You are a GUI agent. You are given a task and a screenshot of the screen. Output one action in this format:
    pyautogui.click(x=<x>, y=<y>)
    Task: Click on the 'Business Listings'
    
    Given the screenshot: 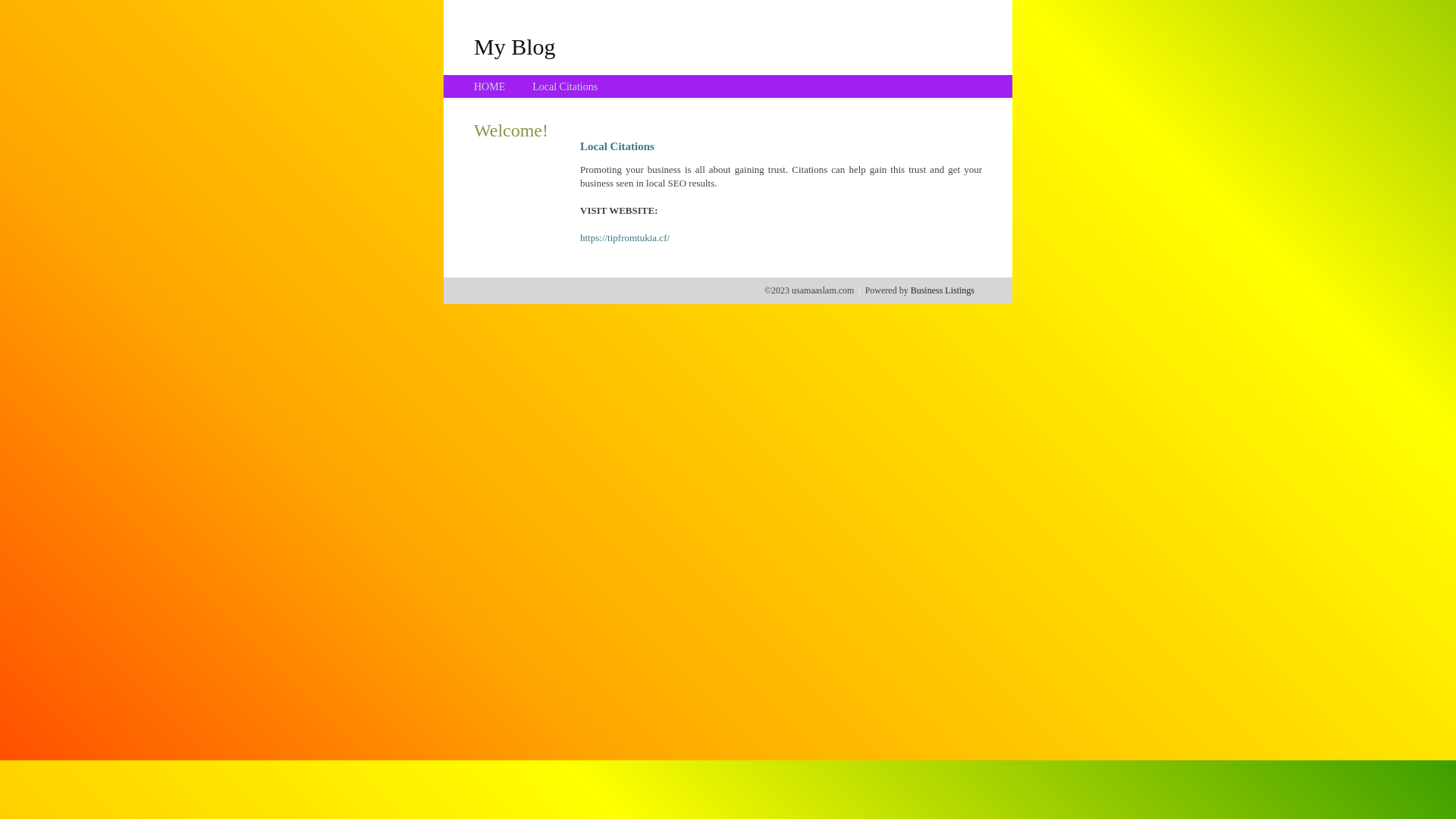 What is the action you would take?
    pyautogui.click(x=942, y=290)
    